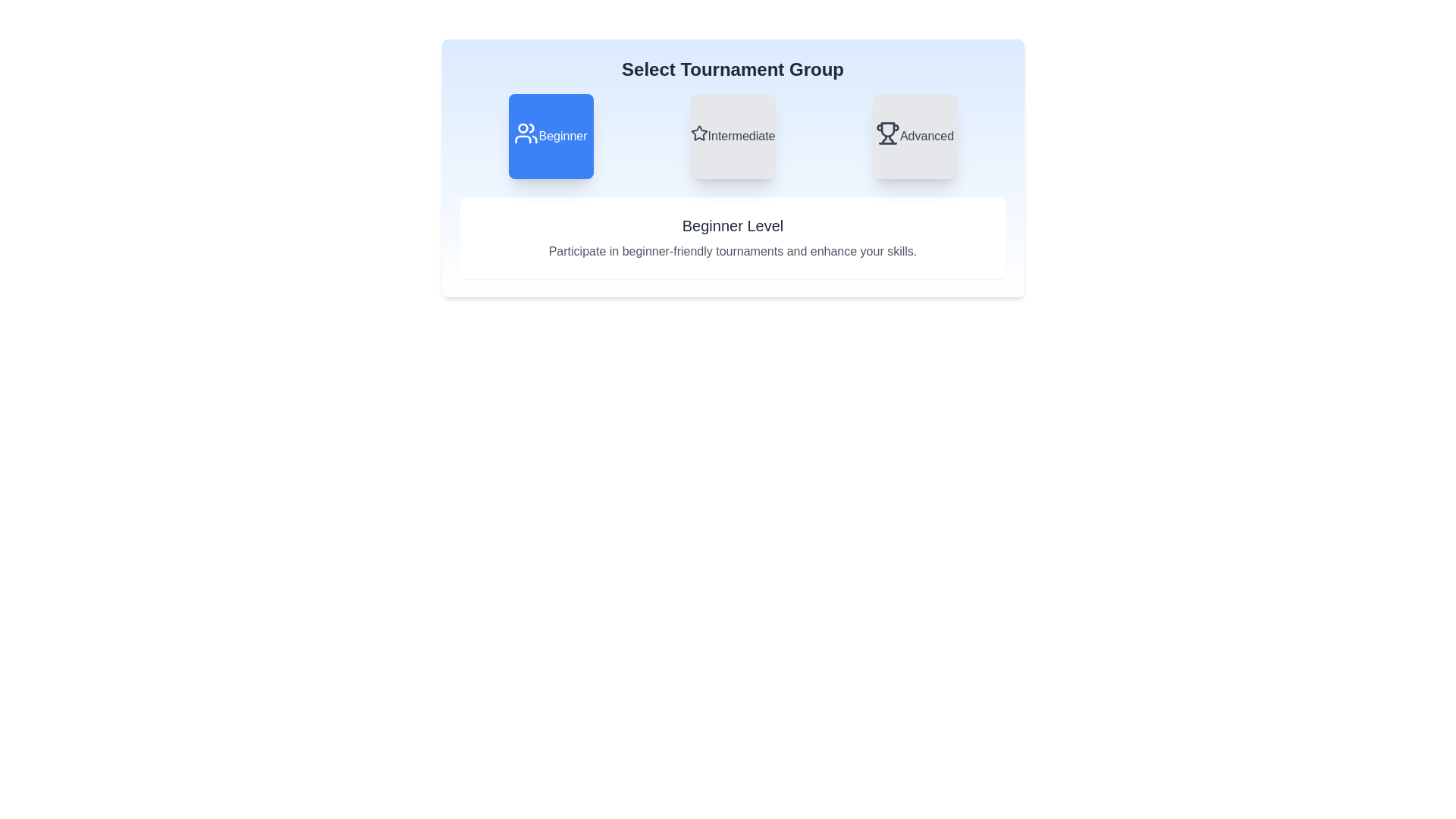 This screenshot has width=1456, height=819. Describe the element at coordinates (523, 127) in the screenshot. I see `the Decorative Circle, a small circular dot located in the upper left section of the group icon` at that location.